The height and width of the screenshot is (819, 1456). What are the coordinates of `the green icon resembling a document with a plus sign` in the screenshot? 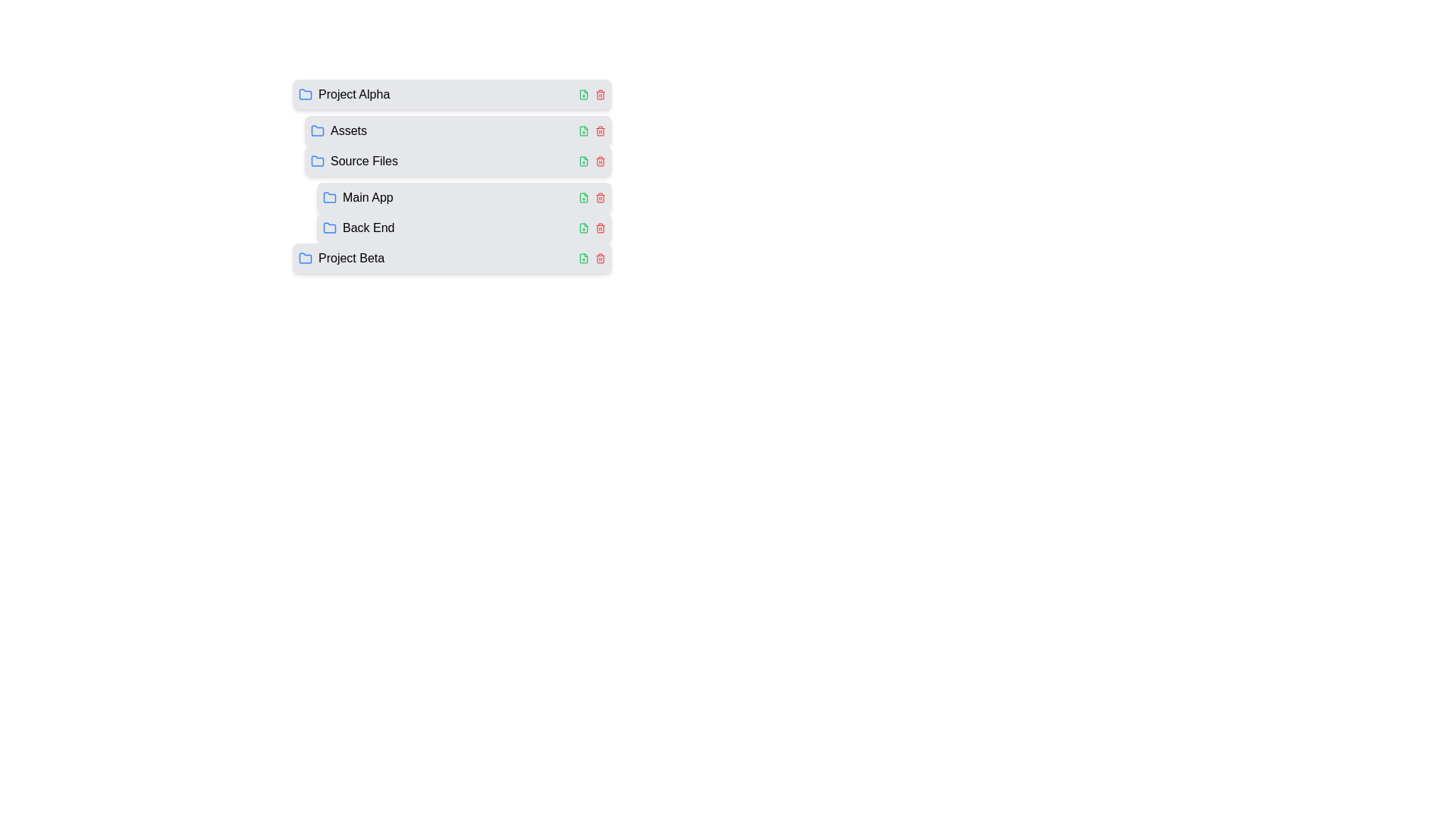 It's located at (582, 161).